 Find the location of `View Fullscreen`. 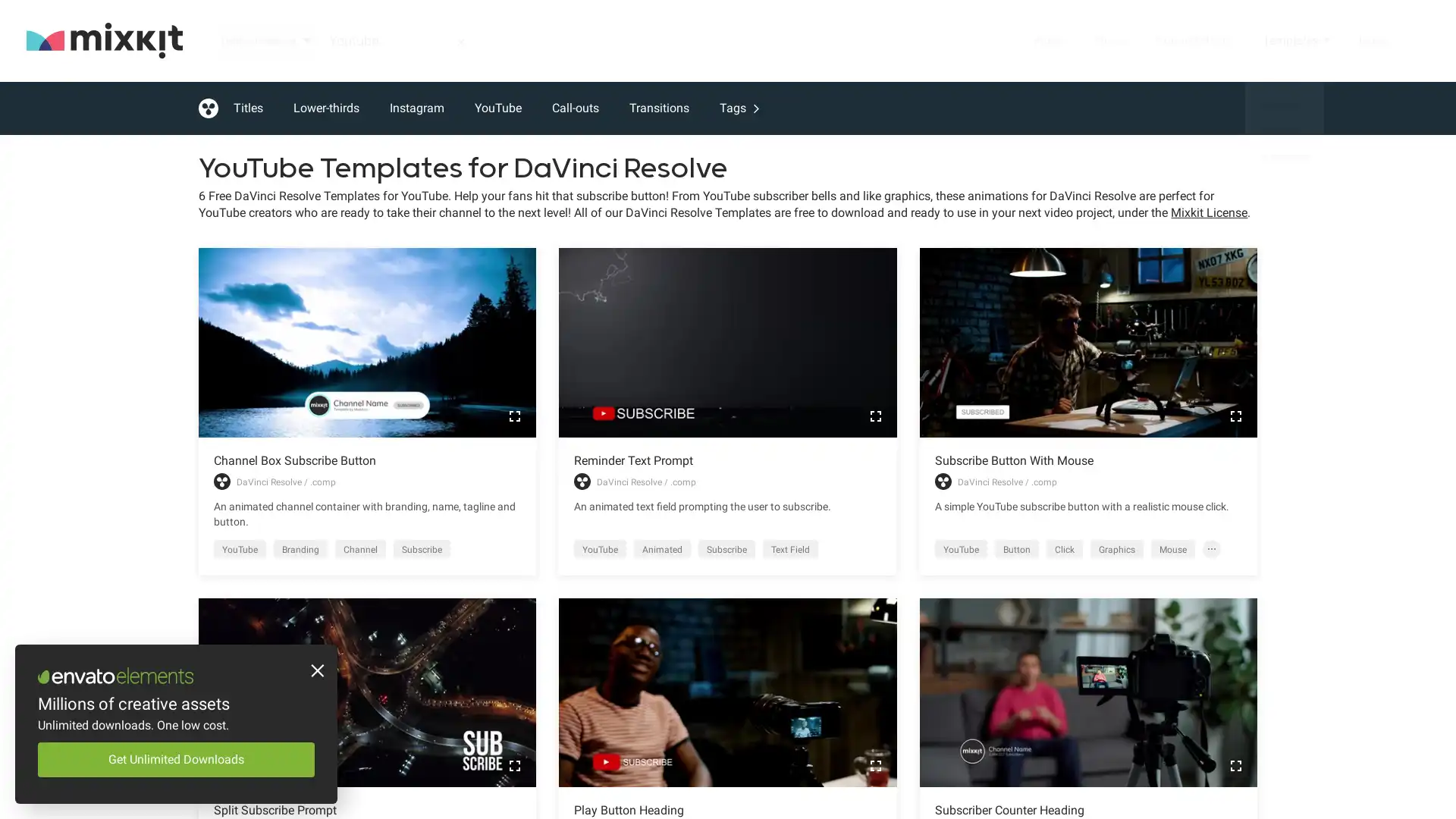

View Fullscreen is located at coordinates (874, 766).